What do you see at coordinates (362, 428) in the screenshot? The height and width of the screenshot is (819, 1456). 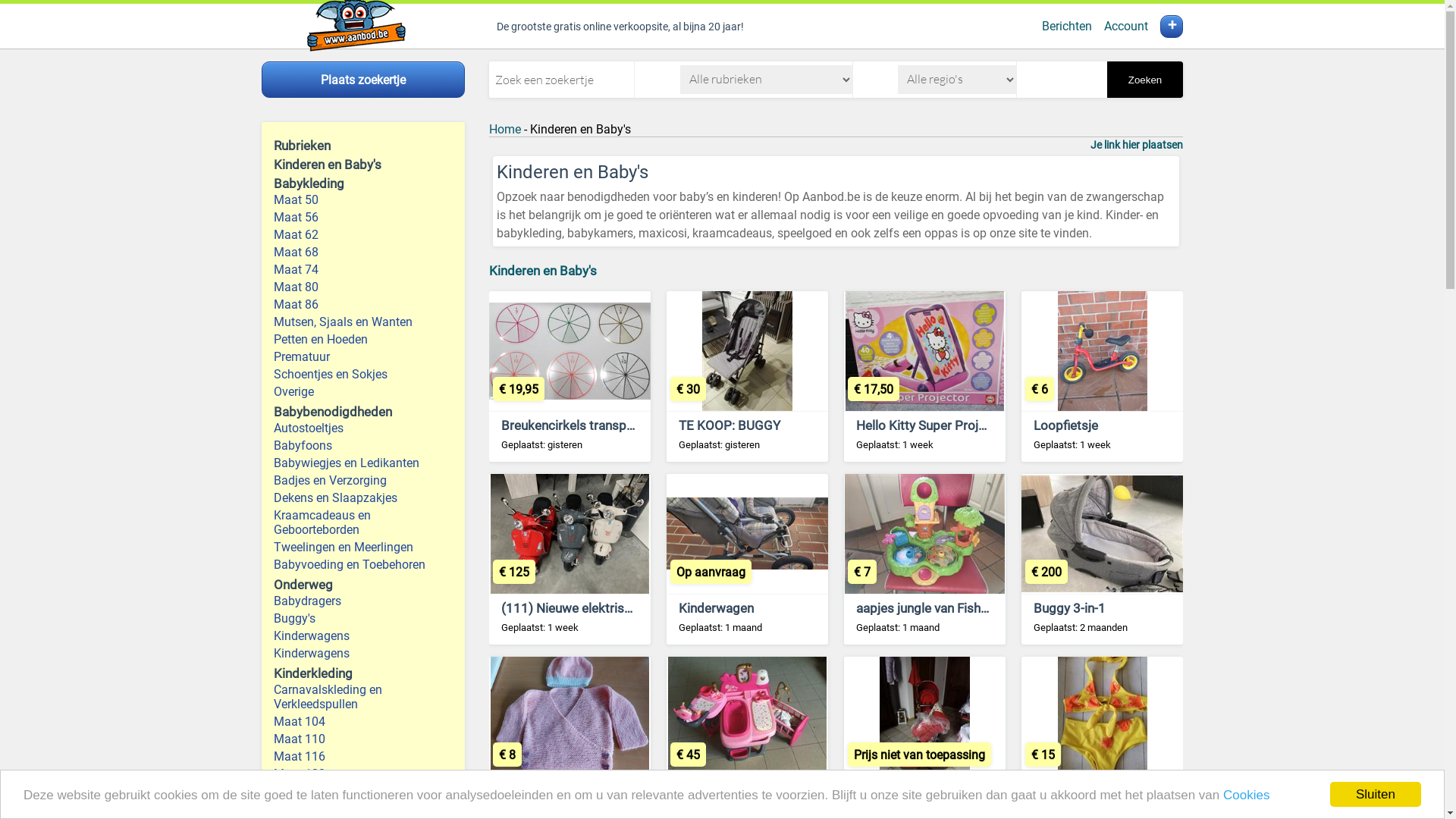 I see `'Autostoeltjes'` at bounding box center [362, 428].